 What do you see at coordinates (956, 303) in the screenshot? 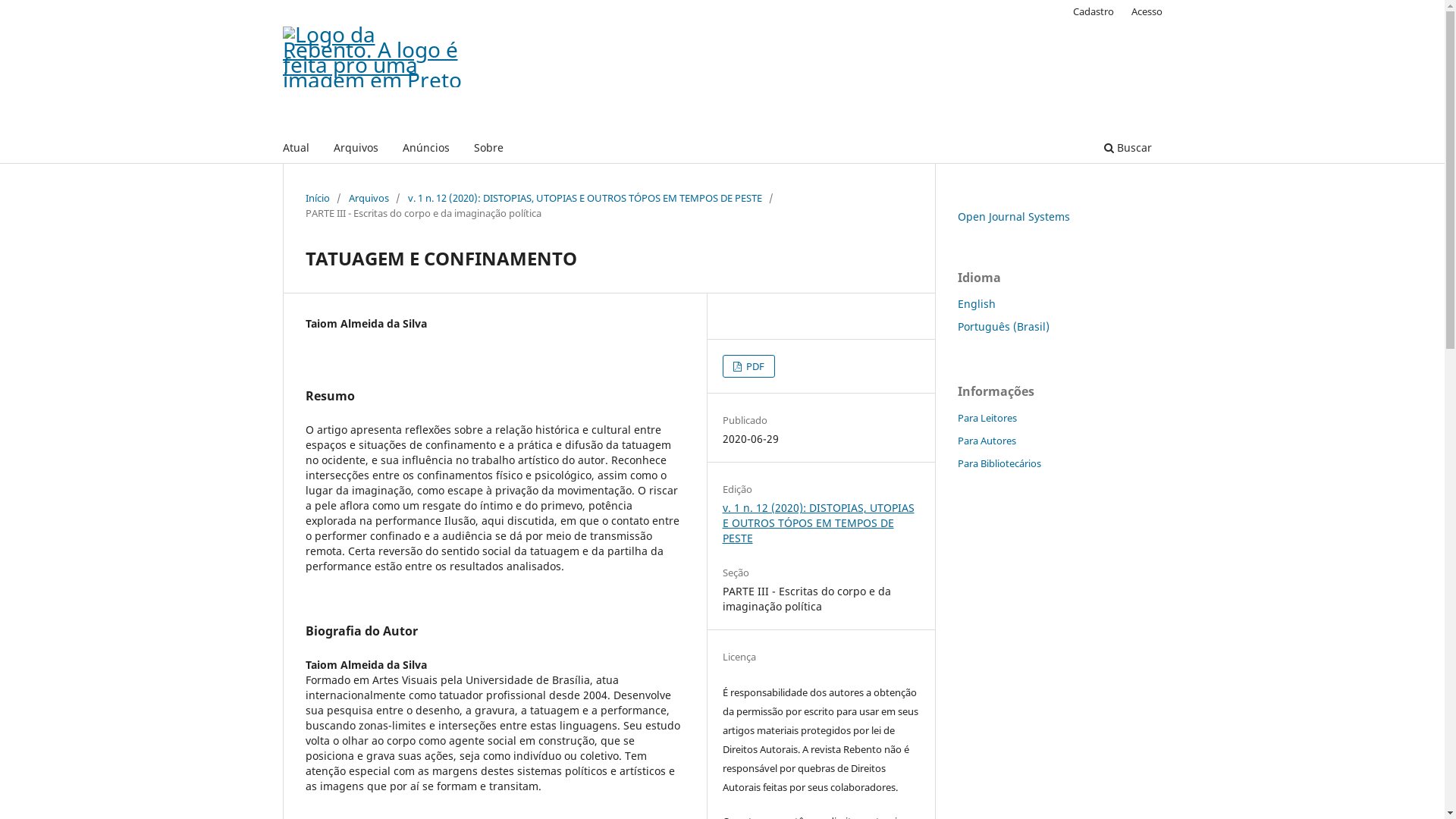
I see `'English'` at bounding box center [956, 303].